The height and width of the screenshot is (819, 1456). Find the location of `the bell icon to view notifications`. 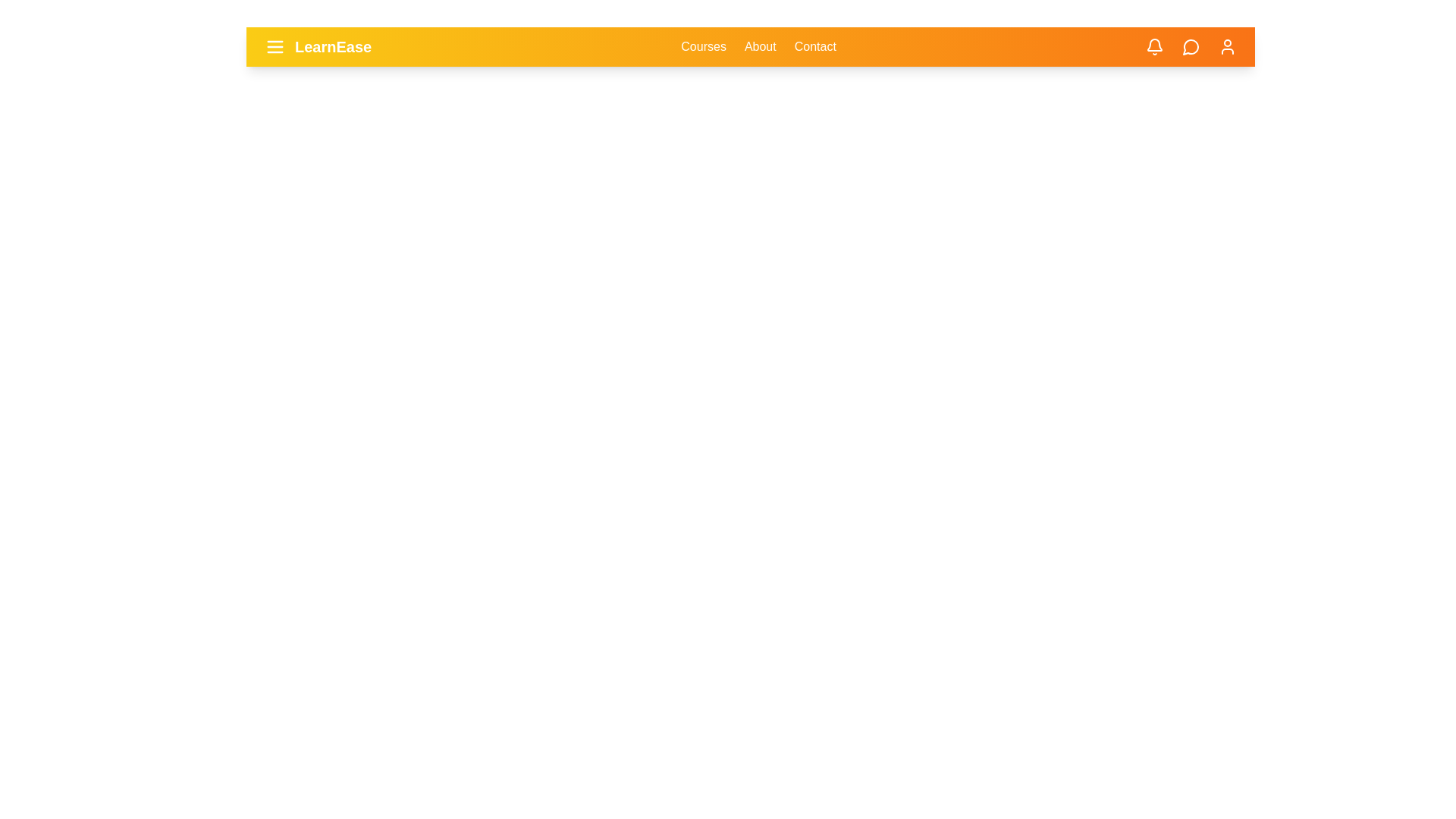

the bell icon to view notifications is located at coordinates (1153, 45).